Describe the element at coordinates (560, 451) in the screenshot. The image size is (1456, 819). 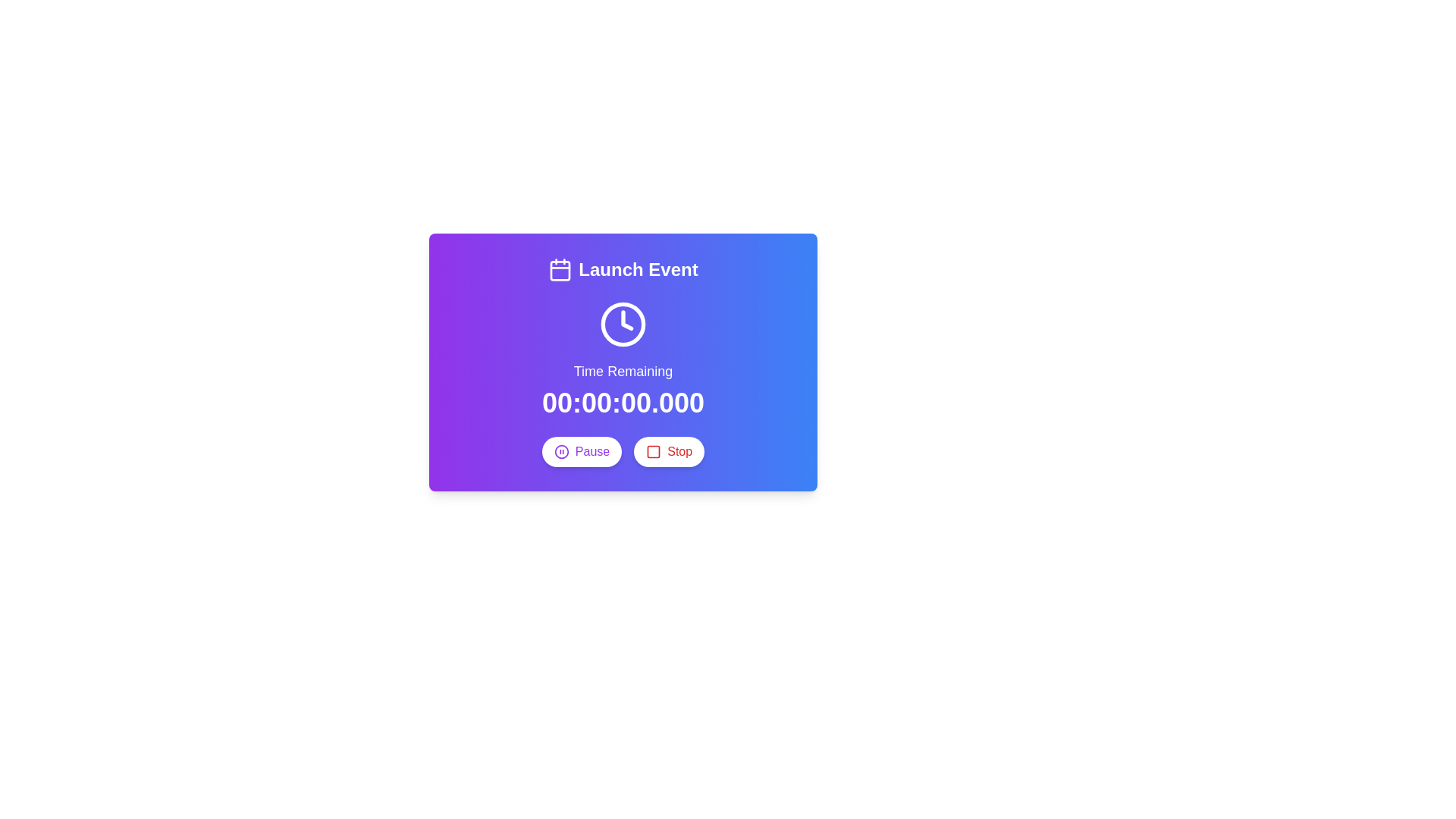
I see `the 'Pause' icon, which represents the 'Pause' action and is located to the left of the text 'Pause' in the application's card interface` at that location.